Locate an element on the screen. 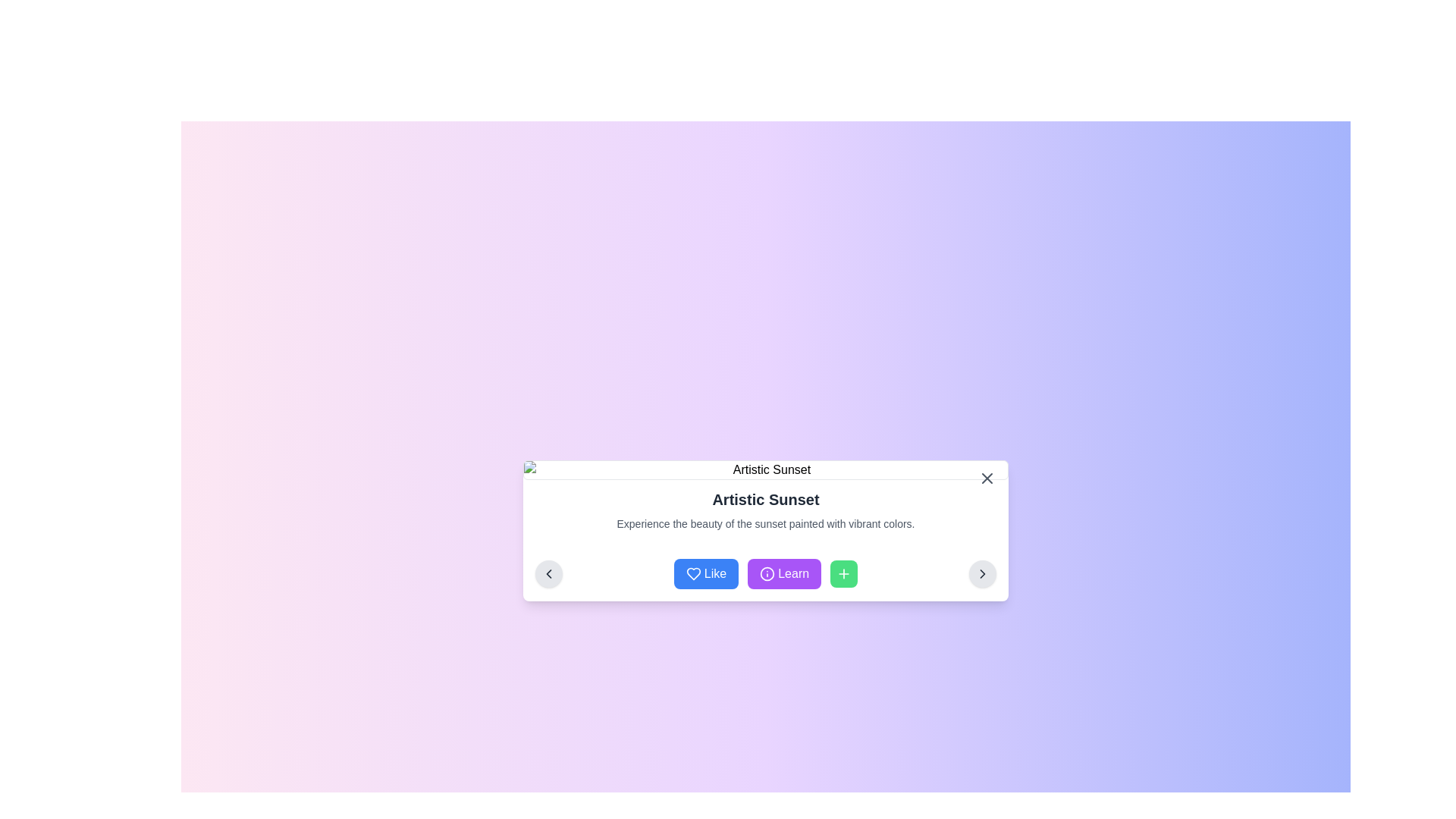 The image size is (1456, 819). the 'Like' button, which is visually complemented by an icon aligned to the left of the text within the button is located at coordinates (692, 573).